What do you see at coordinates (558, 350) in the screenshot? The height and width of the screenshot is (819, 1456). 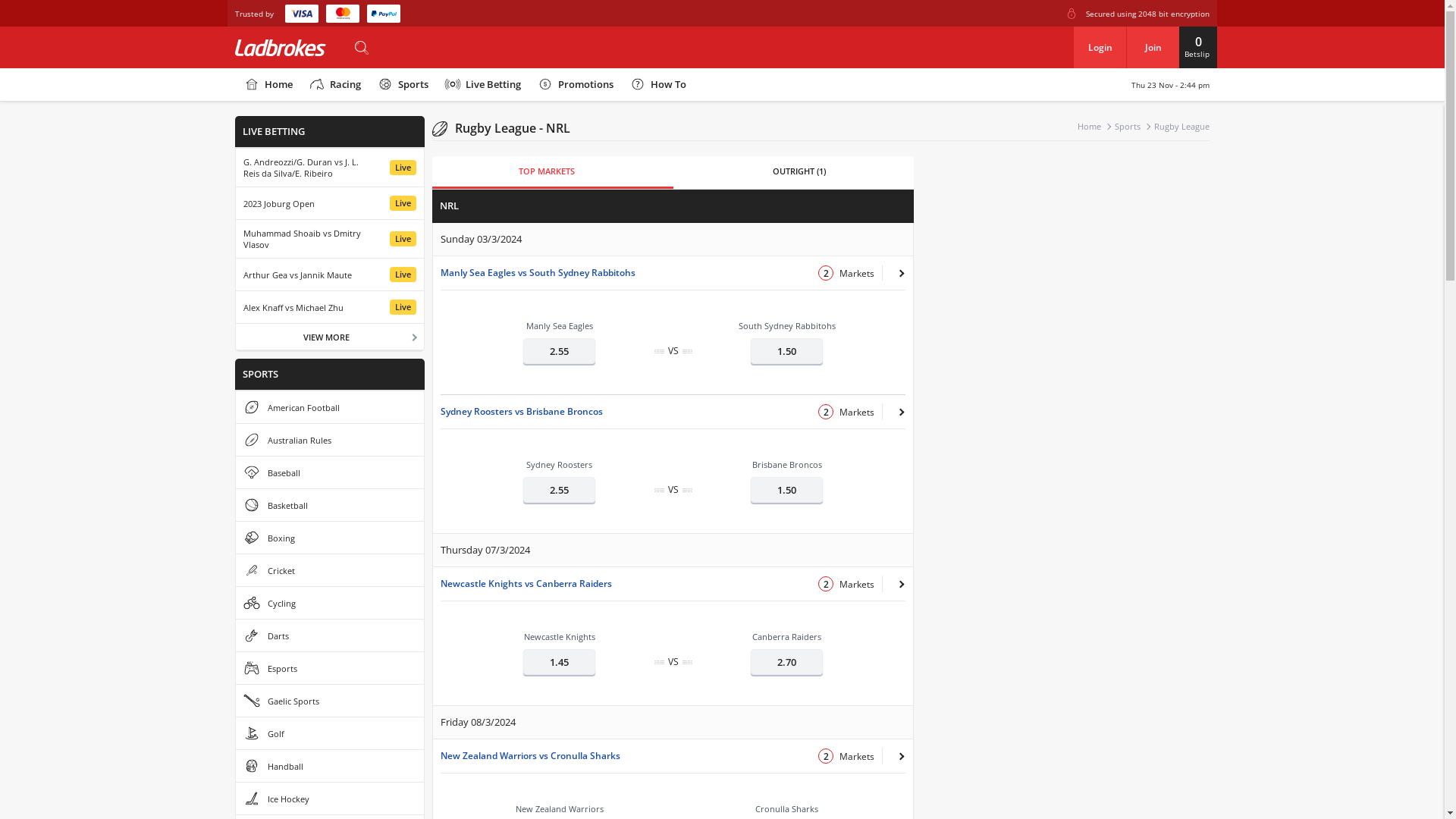 I see `'2.55'` at bounding box center [558, 350].